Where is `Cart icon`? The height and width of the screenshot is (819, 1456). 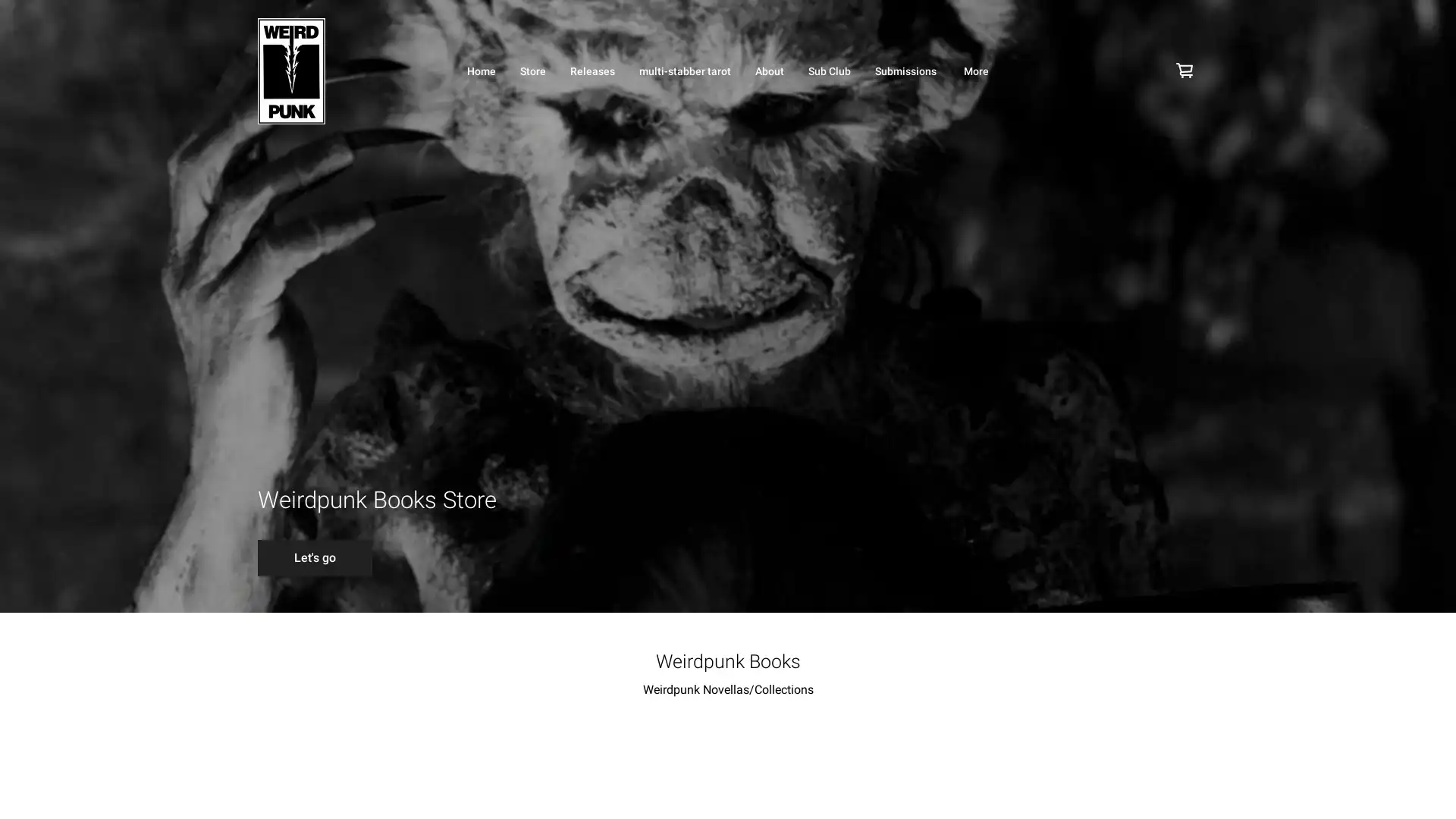 Cart icon is located at coordinates (1182, 70).